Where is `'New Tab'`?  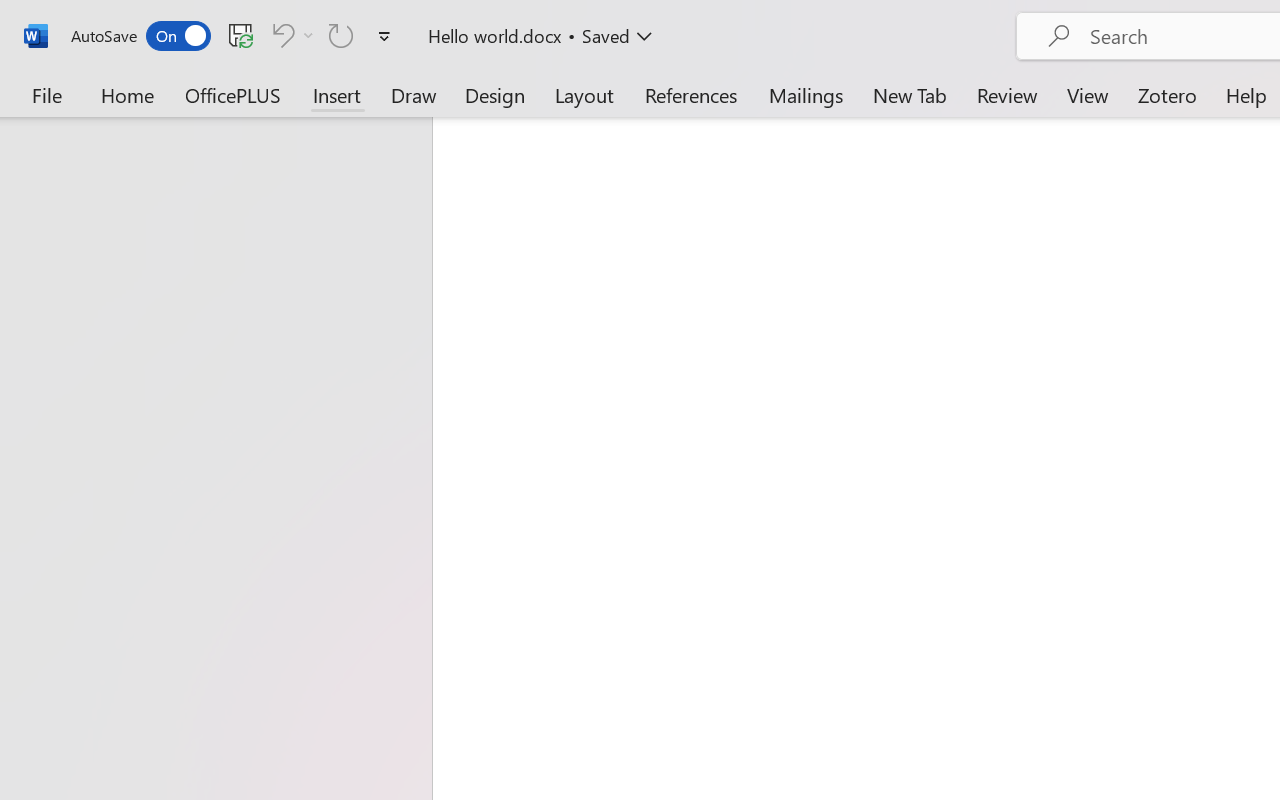
'New Tab' is located at coordinates (909, 94).